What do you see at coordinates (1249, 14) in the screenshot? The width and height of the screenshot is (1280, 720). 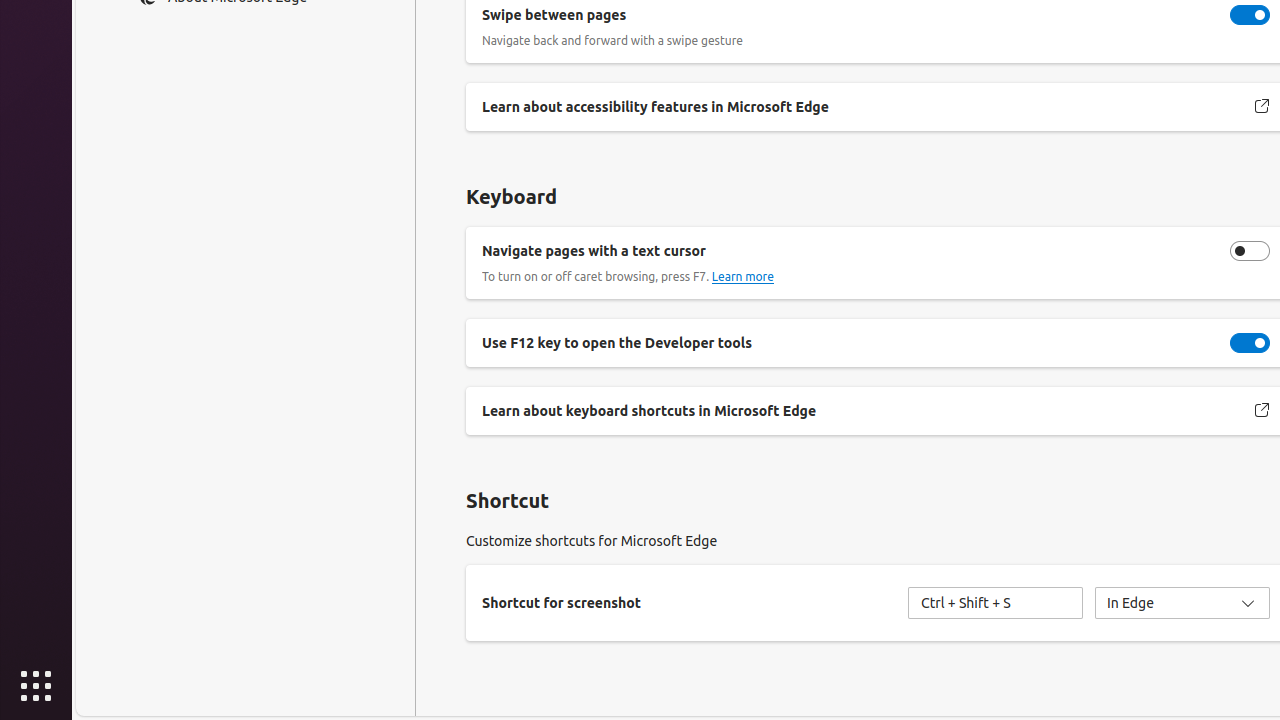 I see `'Navigate back and forward with a swipe gesture'` at bounding box center [1249, 14].